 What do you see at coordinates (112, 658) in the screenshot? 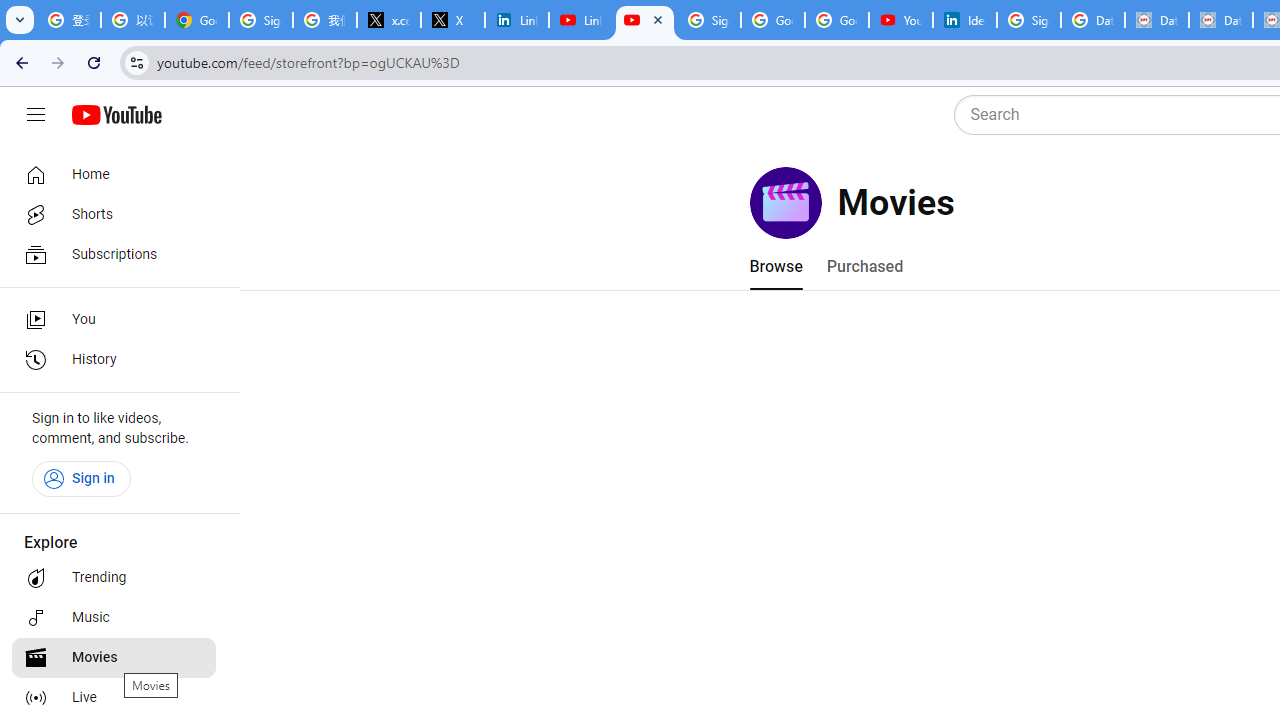
I see `'Movies'` at bounding box center [112, 658].